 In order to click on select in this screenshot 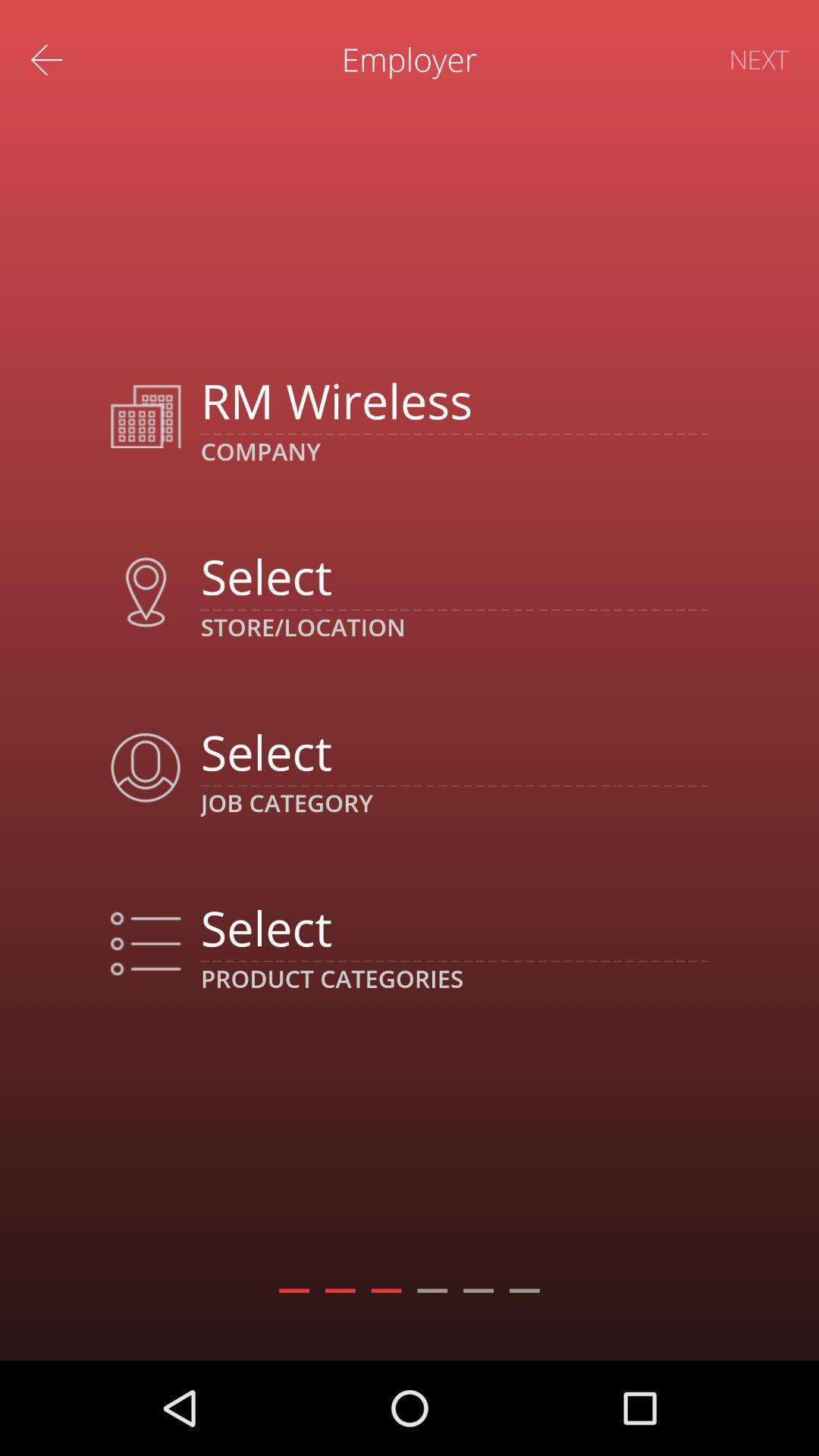, I will do `click(453, 927)`.